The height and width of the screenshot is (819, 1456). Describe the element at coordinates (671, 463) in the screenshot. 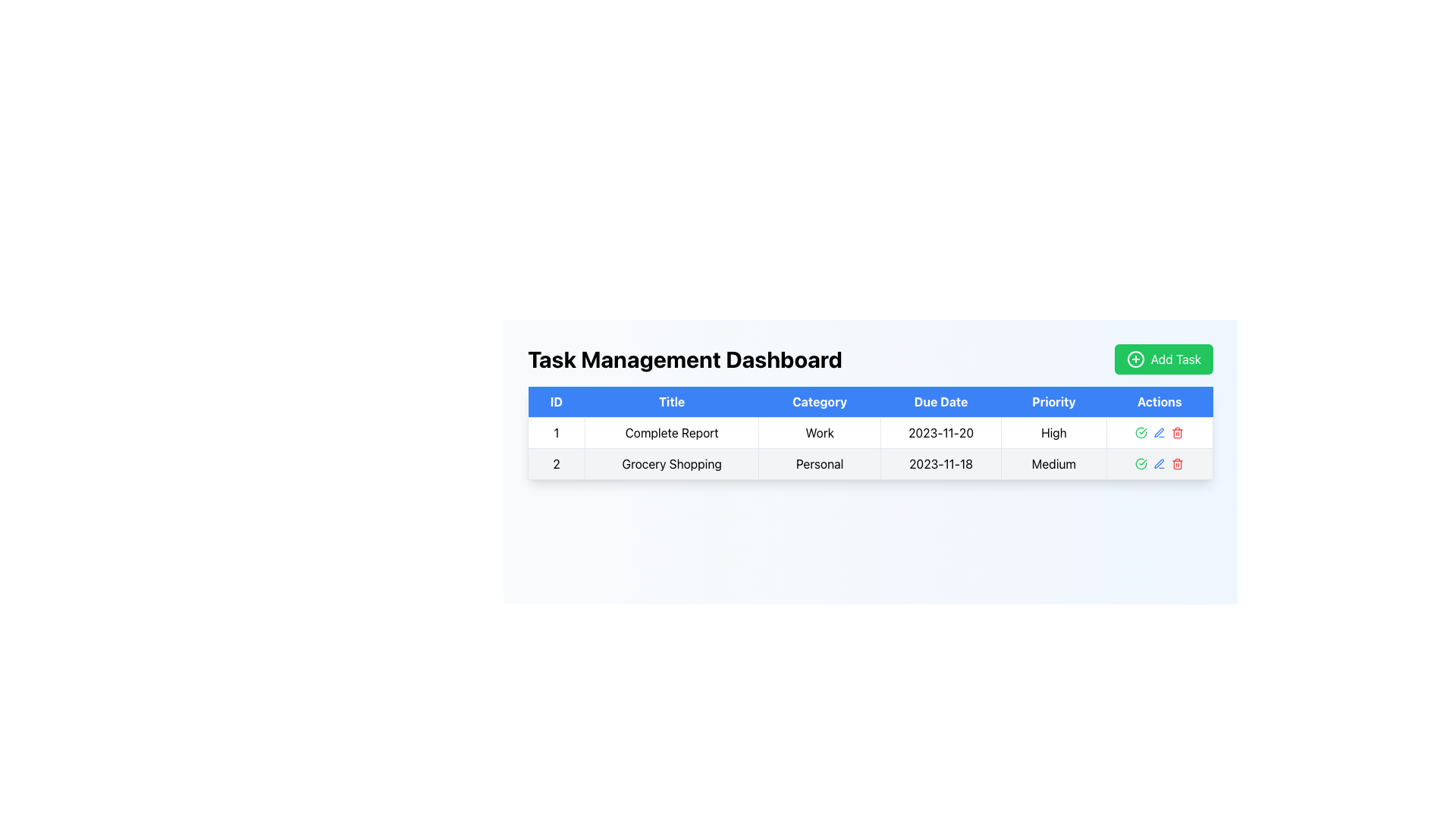

I see `the 'Grocery Shopping' text label located in the second column of the second row of the 'Task Management Dashboard' table` at that location.